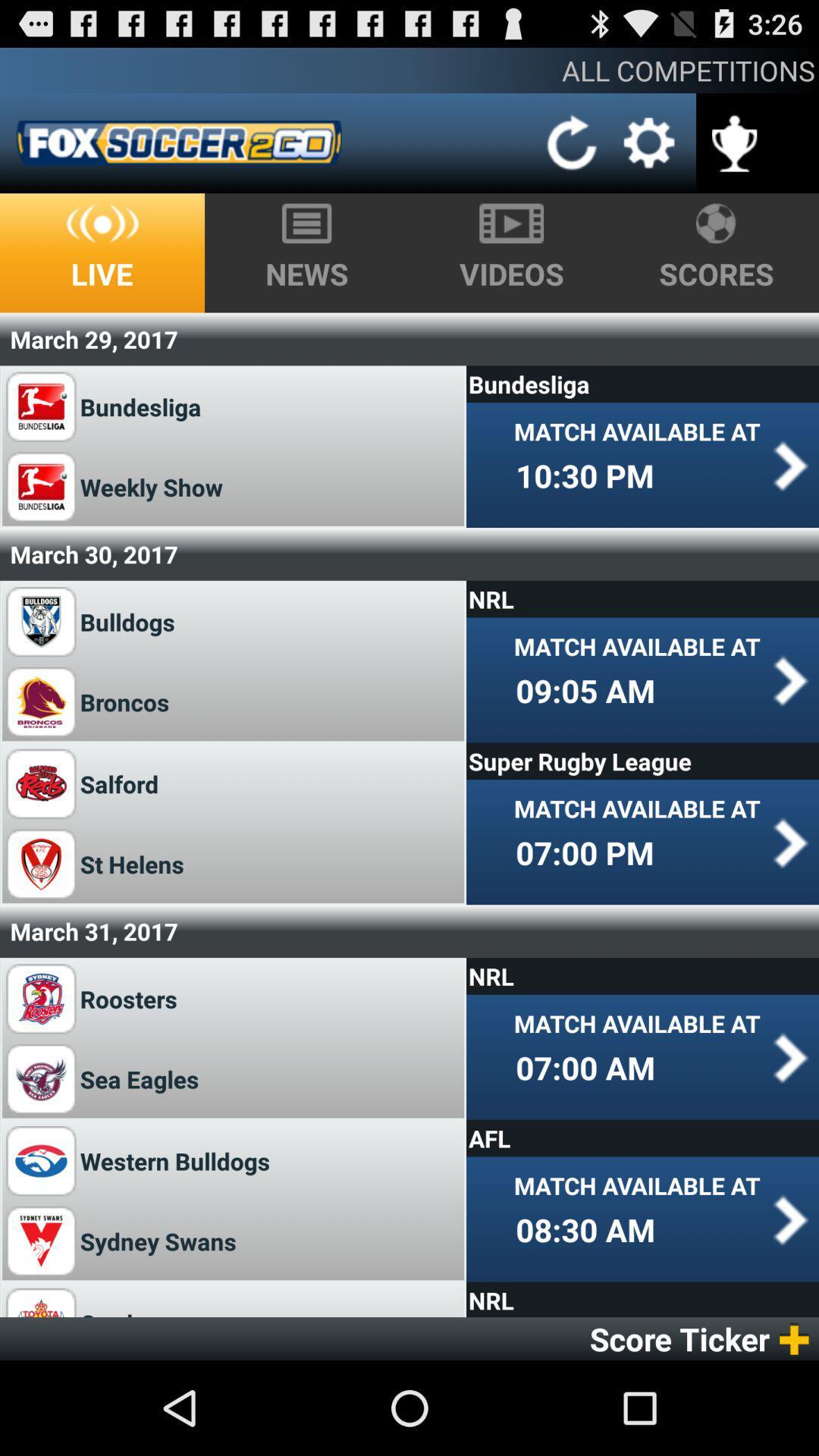 The image size is (819, 1456). What do you see at coordinates (127, 999) in the screenshot?
I see `the roosters item` at bounding box center [127, 999].